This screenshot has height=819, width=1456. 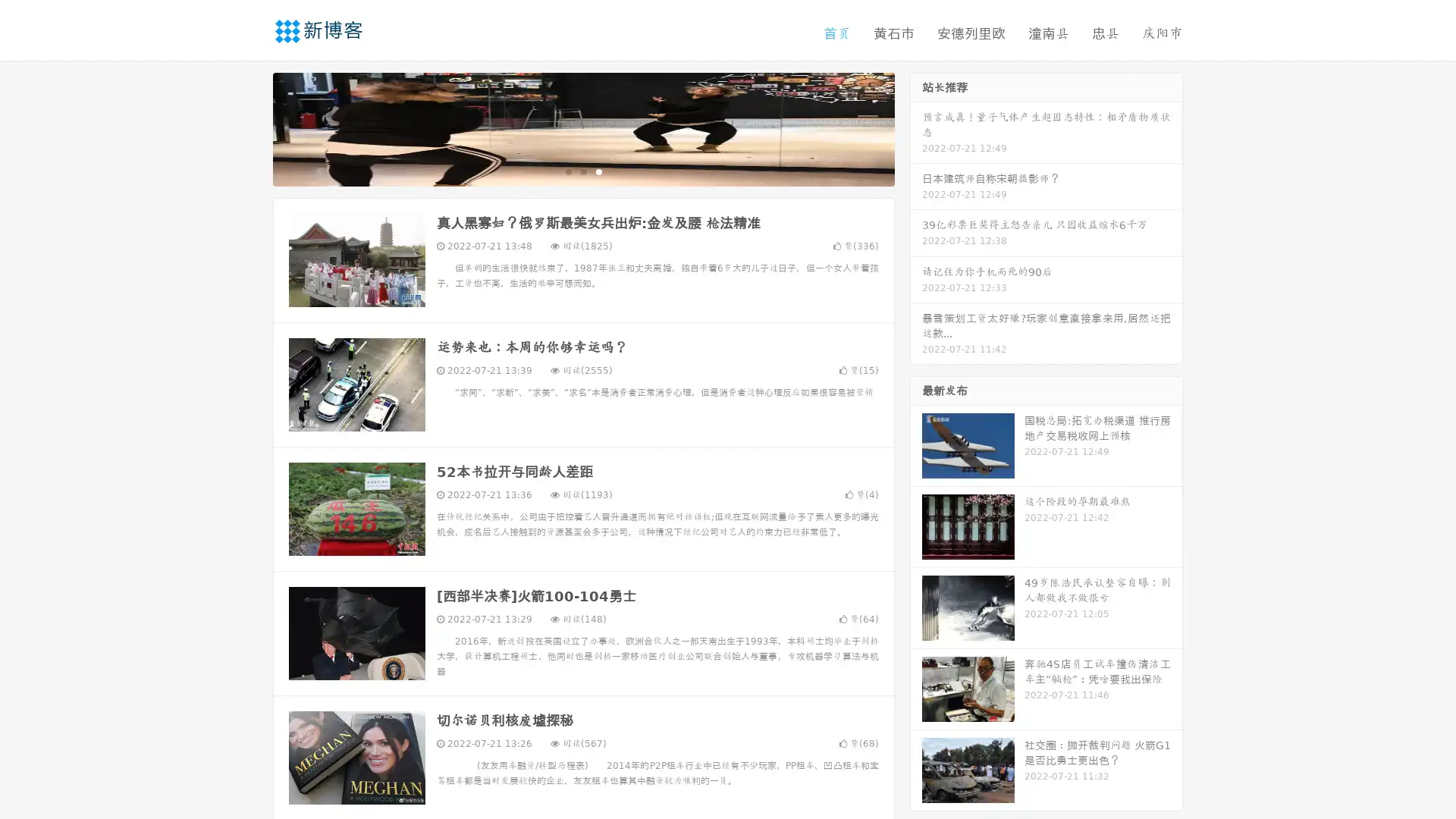 I want to click on Go to slide 3, so click(x=598, y=171).